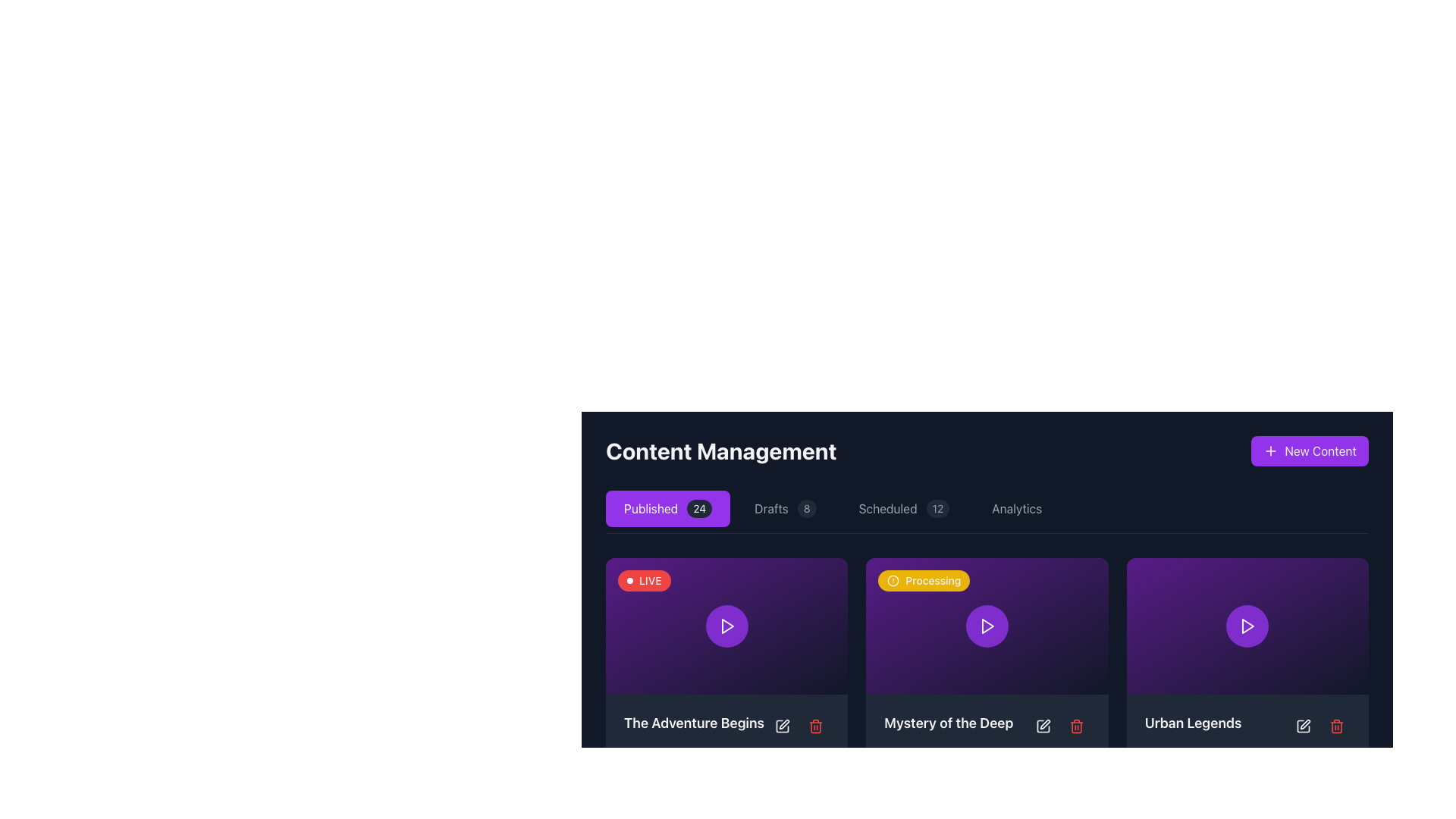 The width and height of the screenshot is (1456, 819). I want to click on the Navigation Tab with a Badge located in the top bar of the interface, third among the navigation buttons, so click(904, 509).